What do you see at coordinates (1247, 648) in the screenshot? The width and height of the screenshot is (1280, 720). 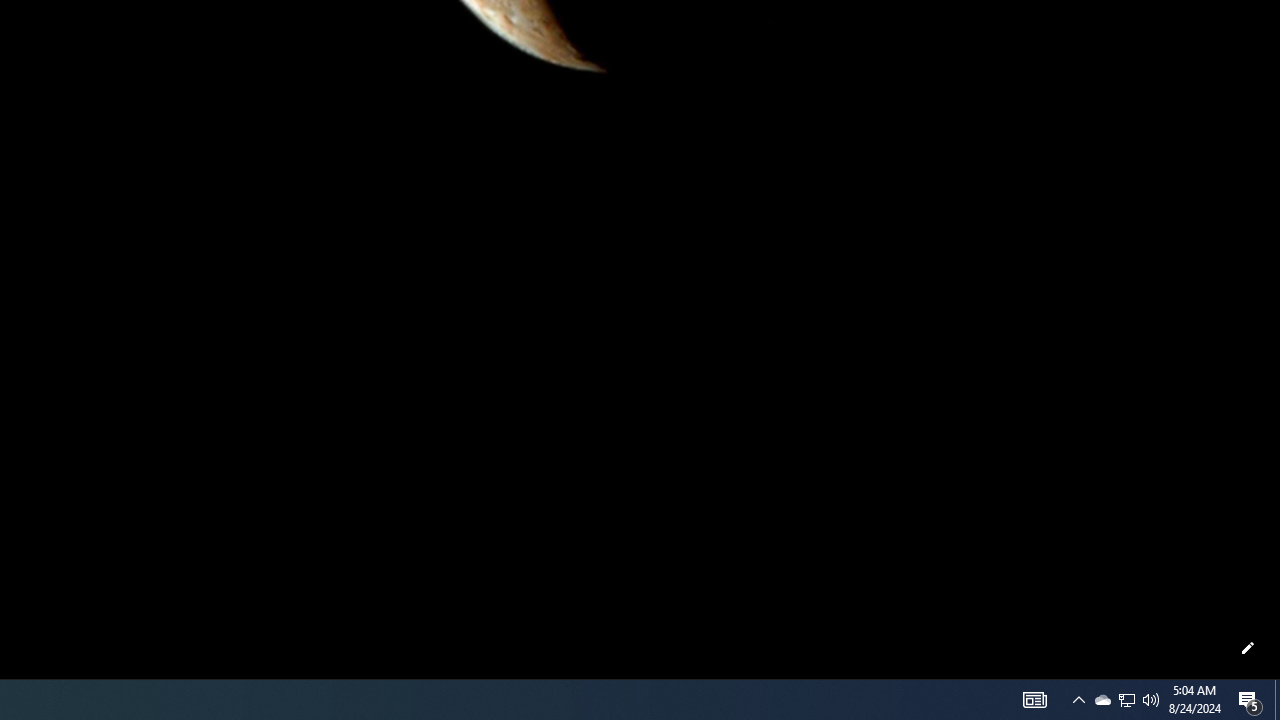 I see `'Customize this page'` at bounding box center [1247, 648].